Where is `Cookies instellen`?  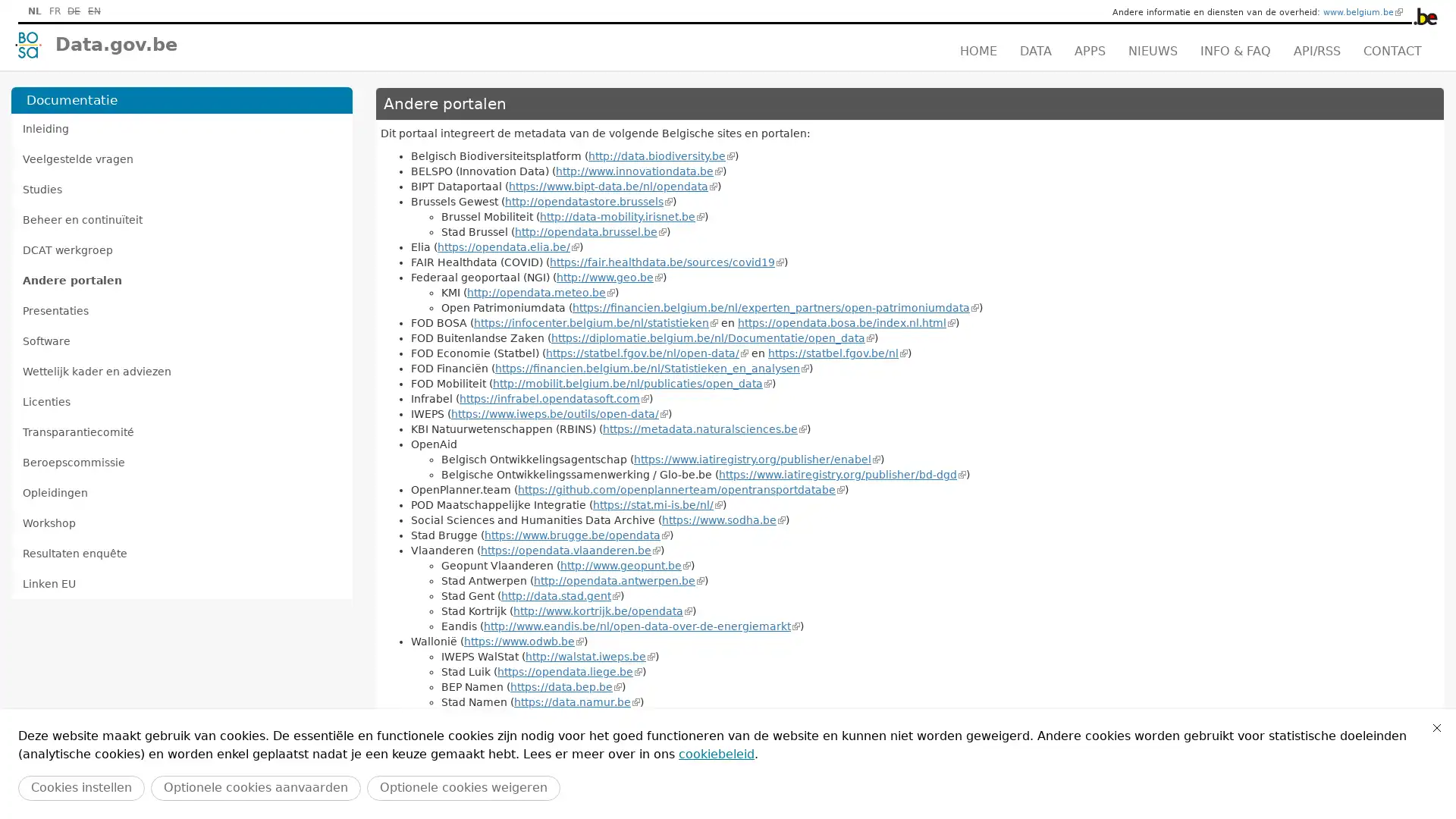
Cookies instellen is located at coordinates (80, 787).